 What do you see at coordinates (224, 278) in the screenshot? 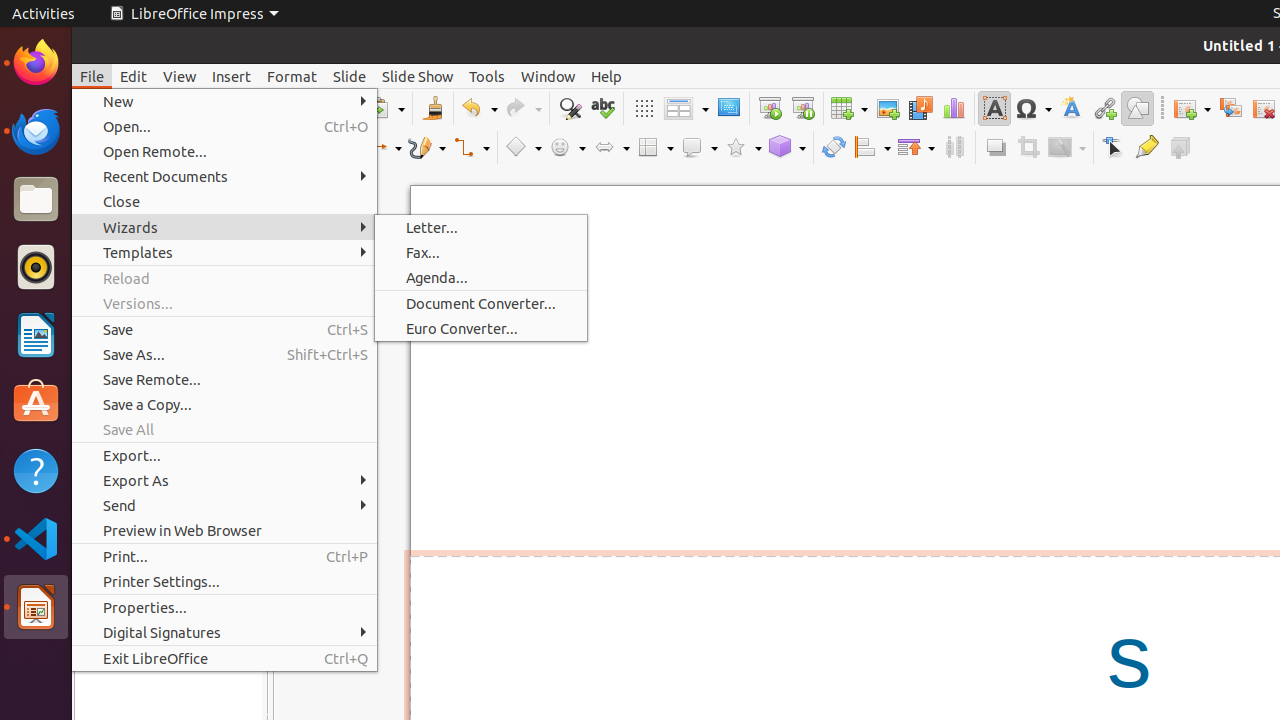
I see `'Reload'` at bounding box center [224, 278].